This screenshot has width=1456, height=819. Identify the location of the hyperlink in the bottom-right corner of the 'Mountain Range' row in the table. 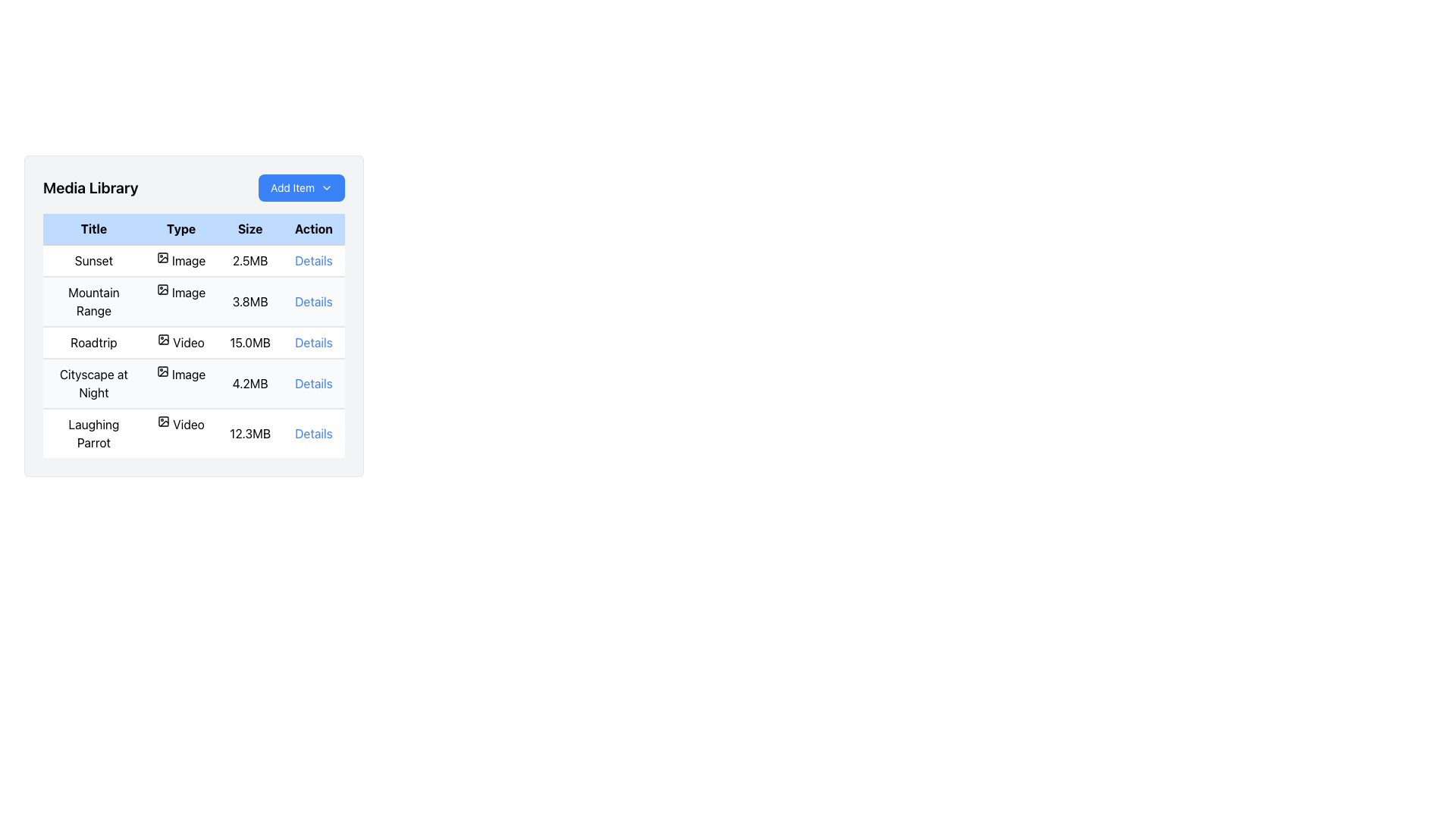
(312, 301).